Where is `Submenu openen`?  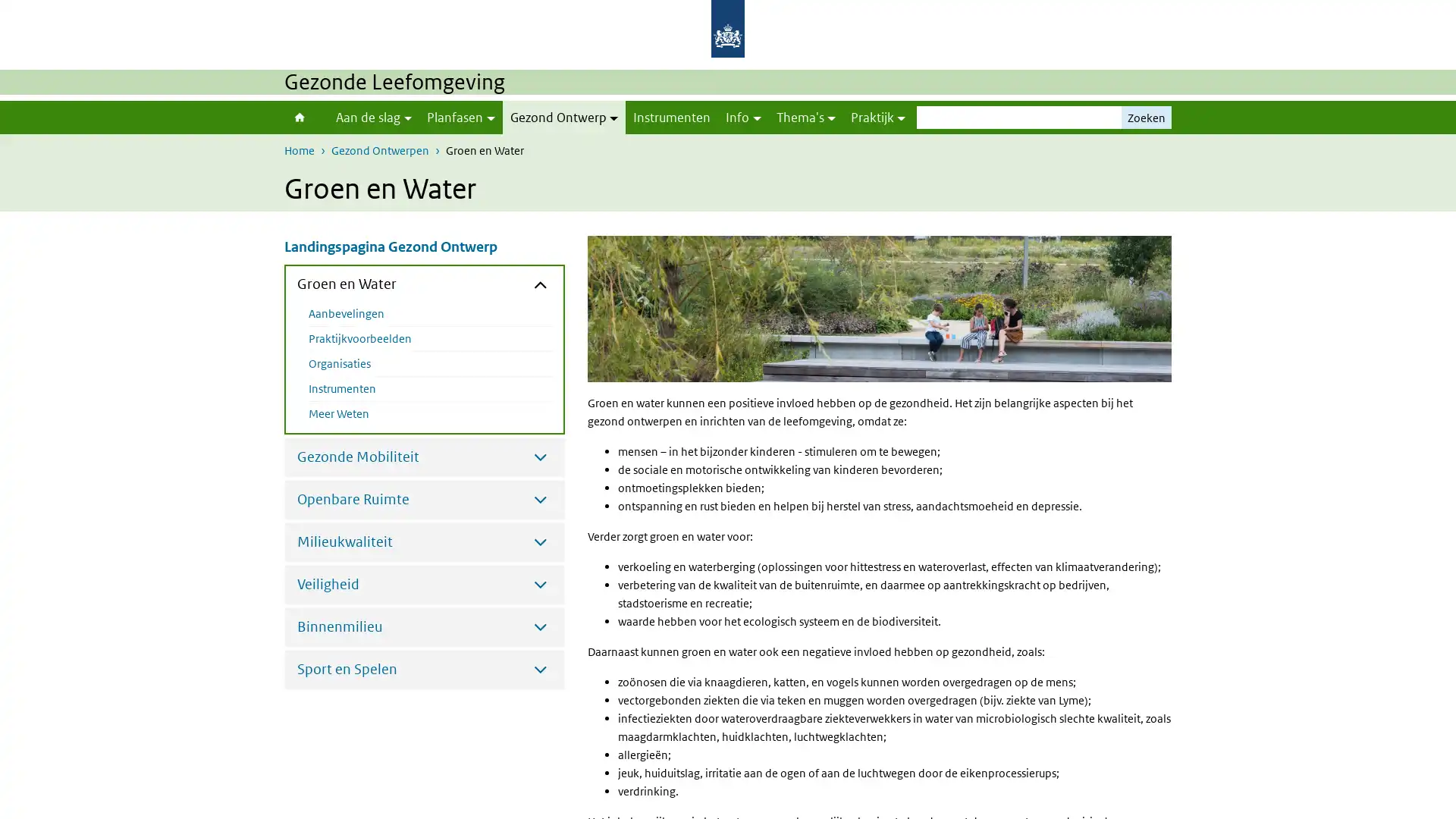
Submenu openen is located at coordinates (541, 668).